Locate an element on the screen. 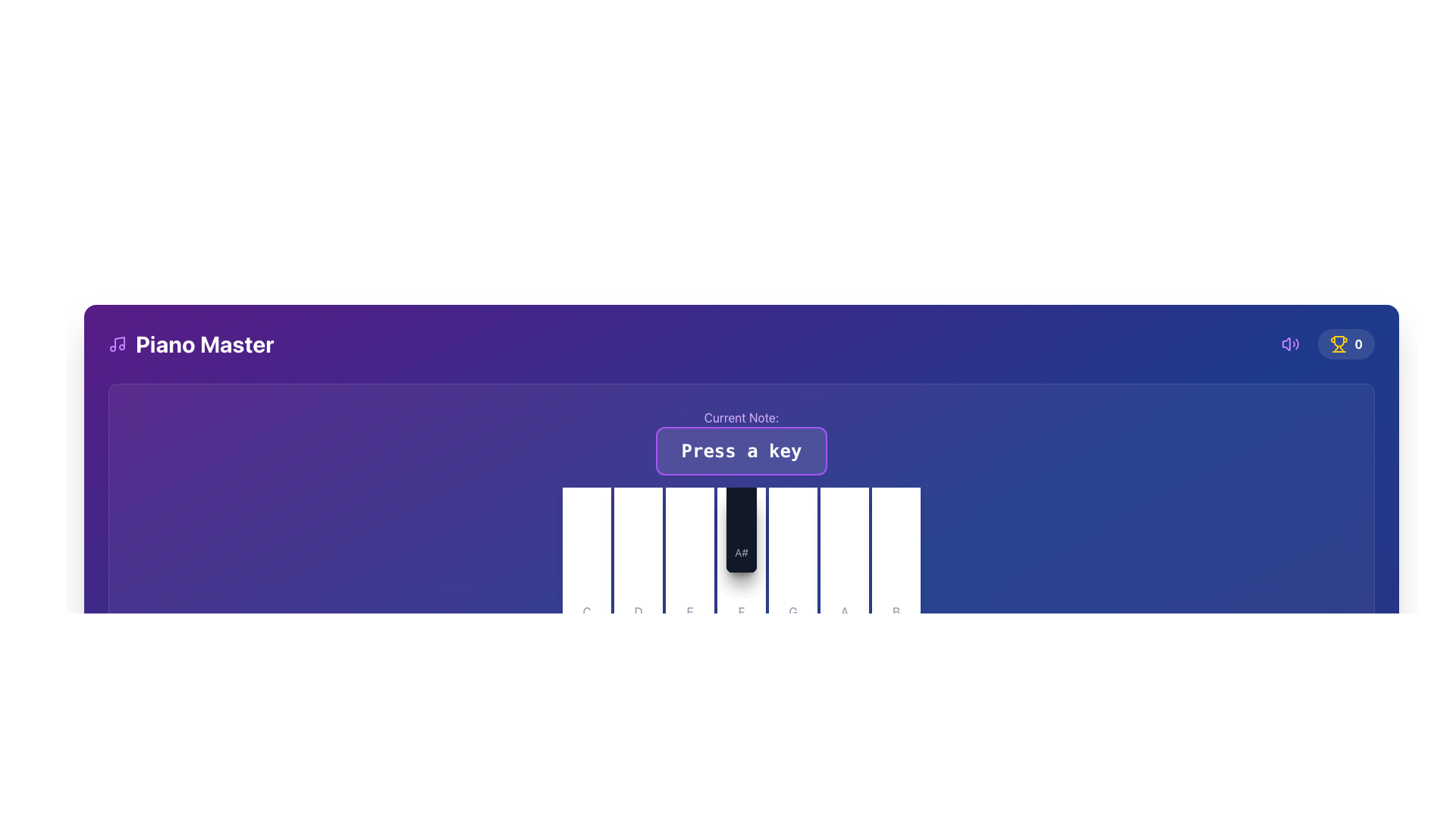 This screenshot has height=819, width=1456. the static label text element displaying the letter 'B', which is styled in gray with medium font weight and located at the bottom of a white rounded rectangular key-like element is located at coordinates (896, 610).